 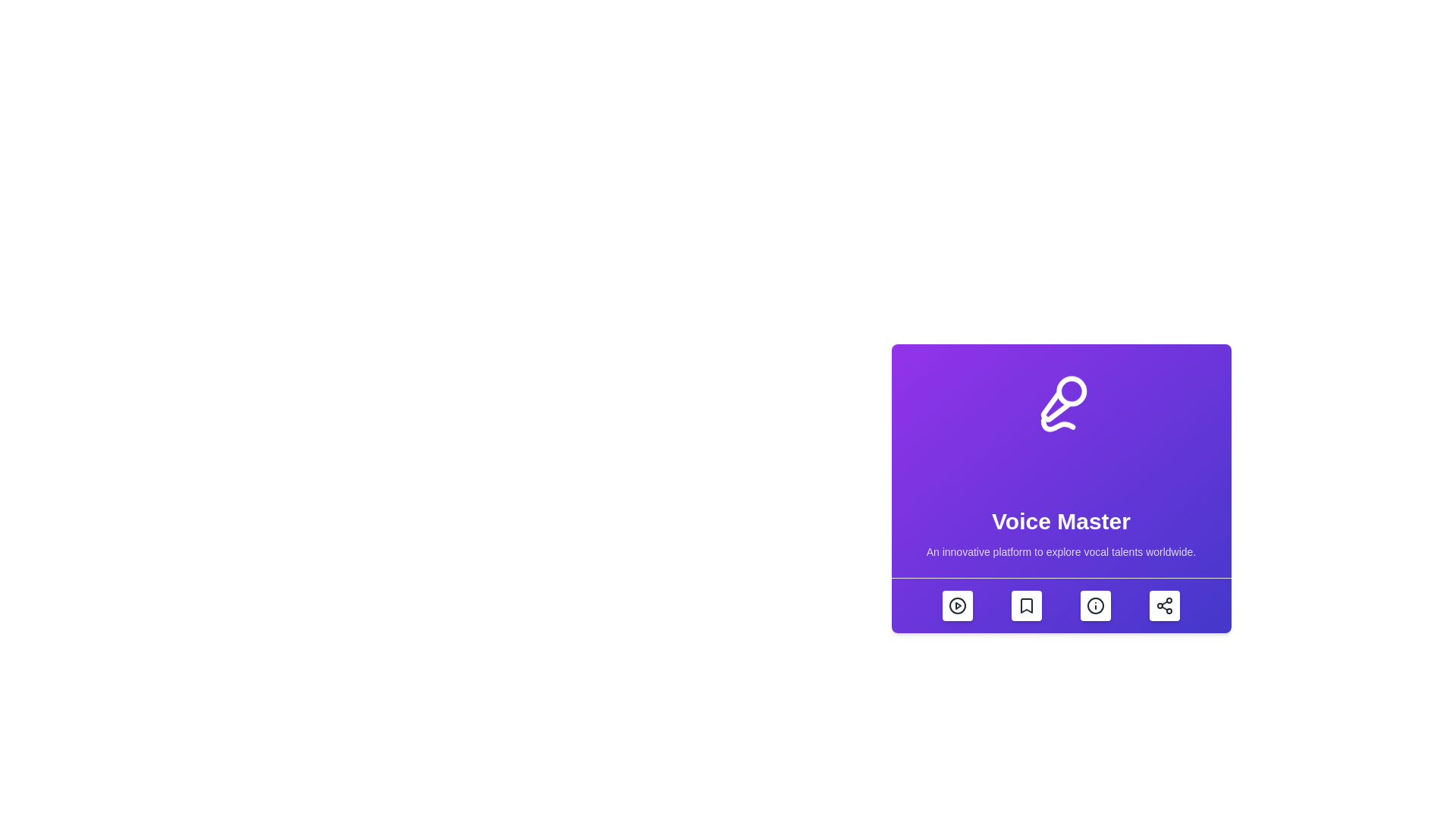 What do you see at coordinates (1060, 520) in the screenshot?
I see `the text element 'Voice Master'` at bounding box center [1060, 520].